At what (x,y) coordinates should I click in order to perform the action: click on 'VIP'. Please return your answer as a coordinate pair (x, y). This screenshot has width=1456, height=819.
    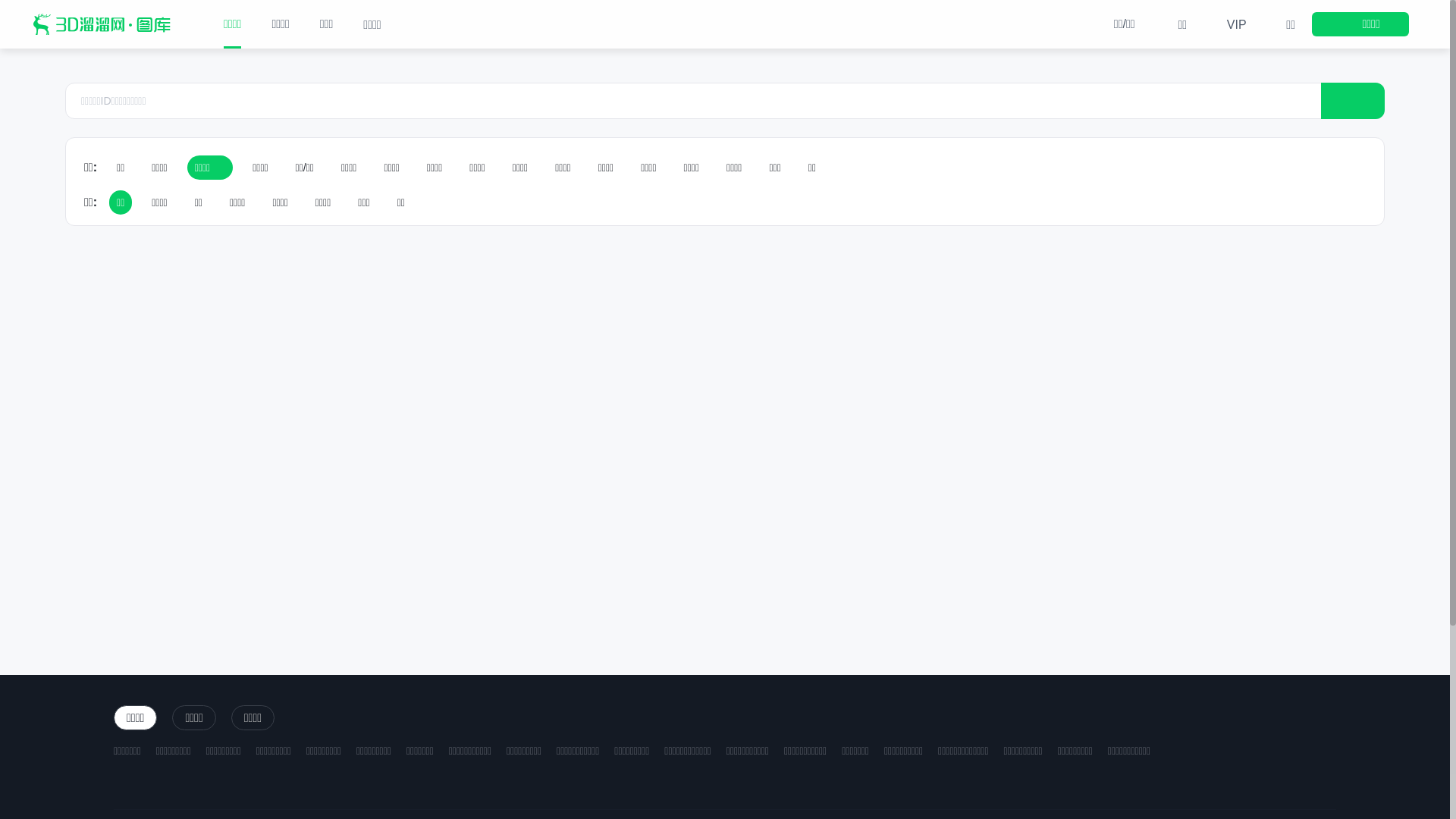
    Looking at the image, I should click on (1224, 24).